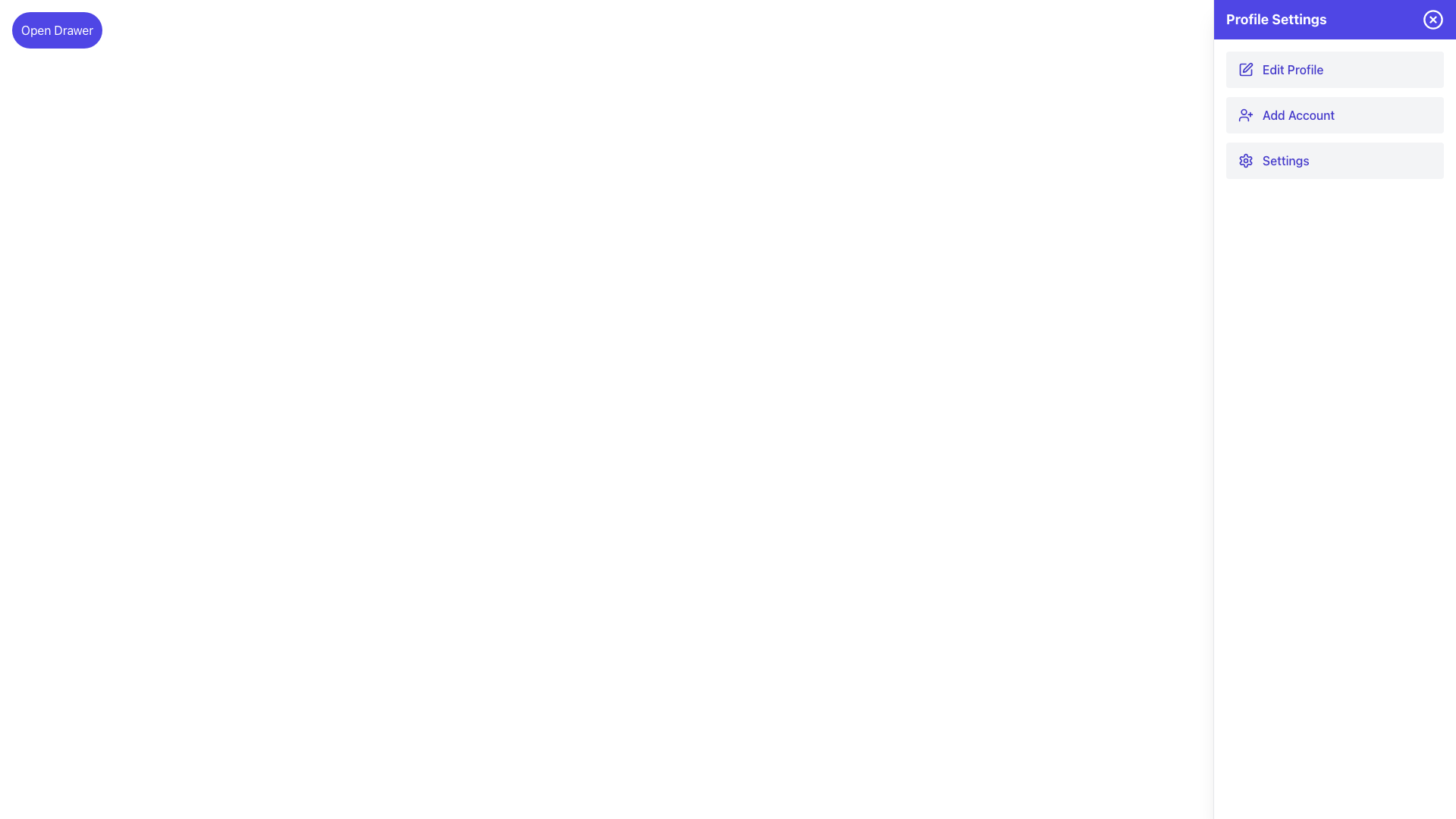 The width and height of the screenshot is (1456, 819). What do you see at coordinates (1292, 70) in the screenshot?
I see `the 'Edit Profile' button` at bounding box center [1292, 70].